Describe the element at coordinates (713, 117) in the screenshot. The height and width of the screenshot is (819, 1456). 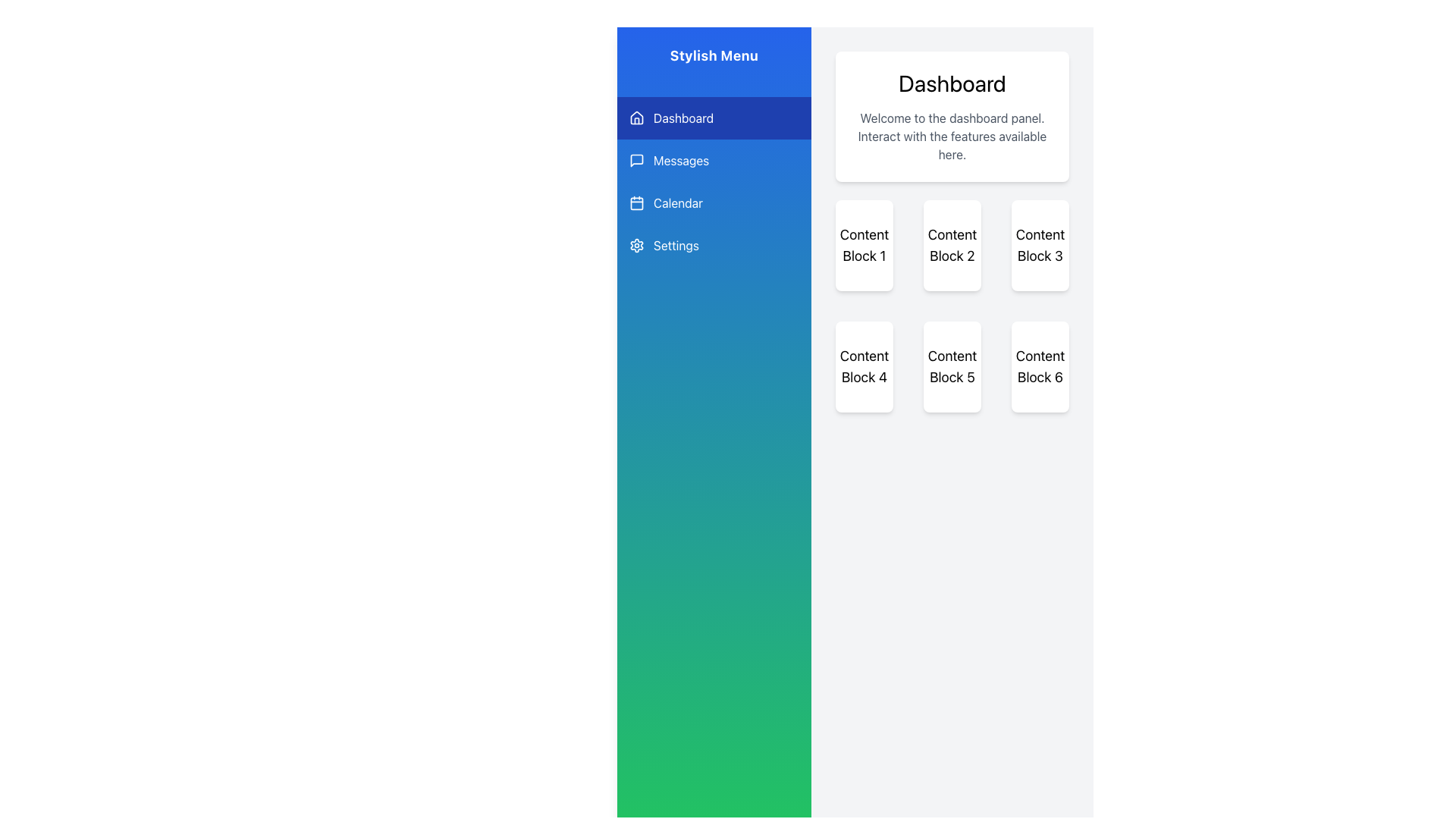
I see `the first menu item in the side menu` at that location.